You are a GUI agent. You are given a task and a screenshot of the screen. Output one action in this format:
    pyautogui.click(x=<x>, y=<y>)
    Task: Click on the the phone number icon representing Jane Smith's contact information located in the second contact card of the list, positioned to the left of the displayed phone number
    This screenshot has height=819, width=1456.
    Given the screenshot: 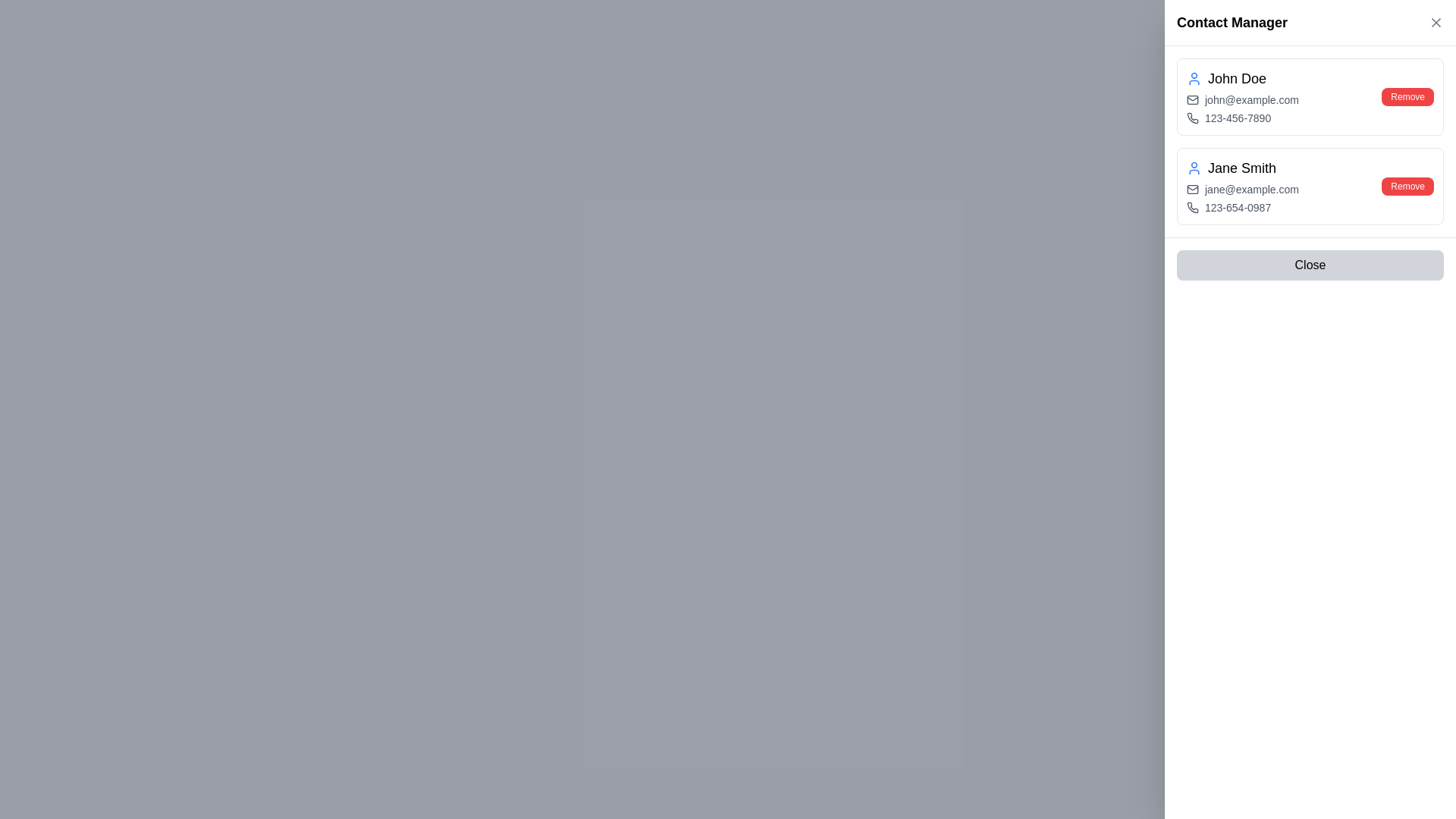 What is the action you would take?
    pyautogui.click(x=1192, y=207)
    